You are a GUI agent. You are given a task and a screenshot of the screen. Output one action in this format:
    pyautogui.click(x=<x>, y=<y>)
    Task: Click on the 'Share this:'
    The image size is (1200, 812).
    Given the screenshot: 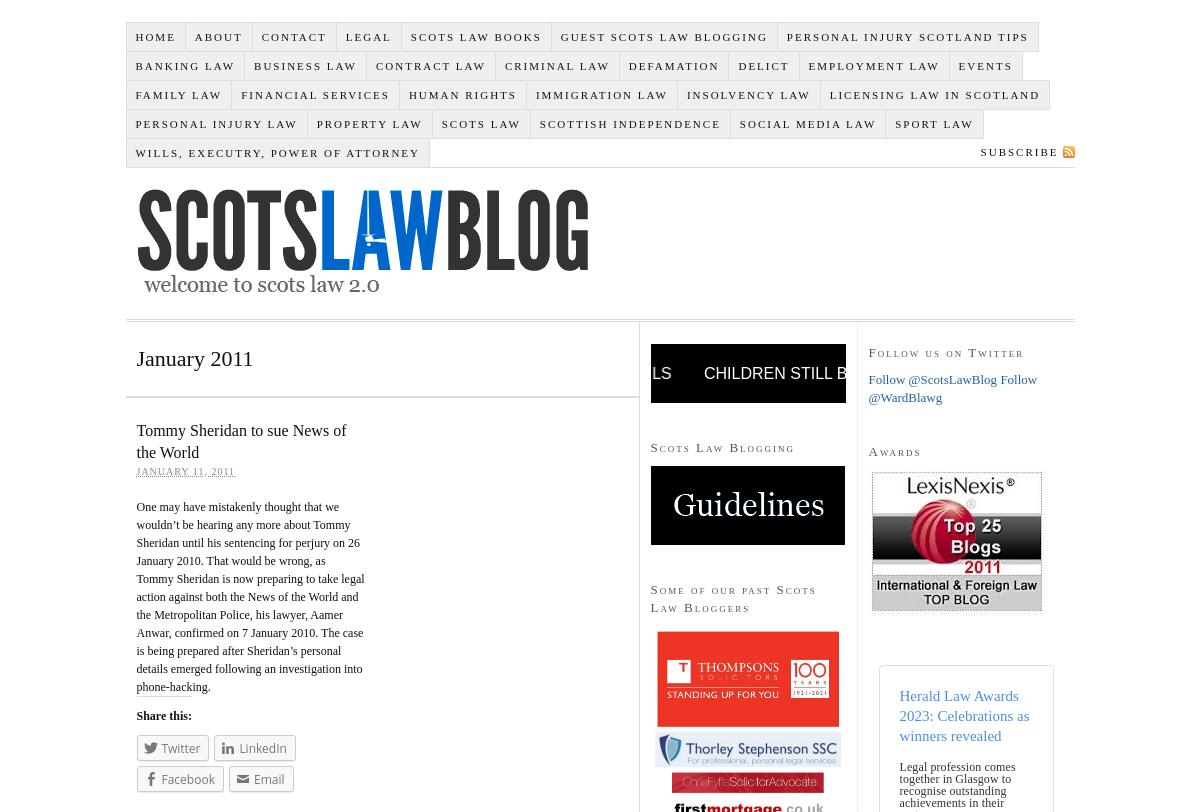 What is the action you would take?
    pyautogui.click(x=135, y=714)
    